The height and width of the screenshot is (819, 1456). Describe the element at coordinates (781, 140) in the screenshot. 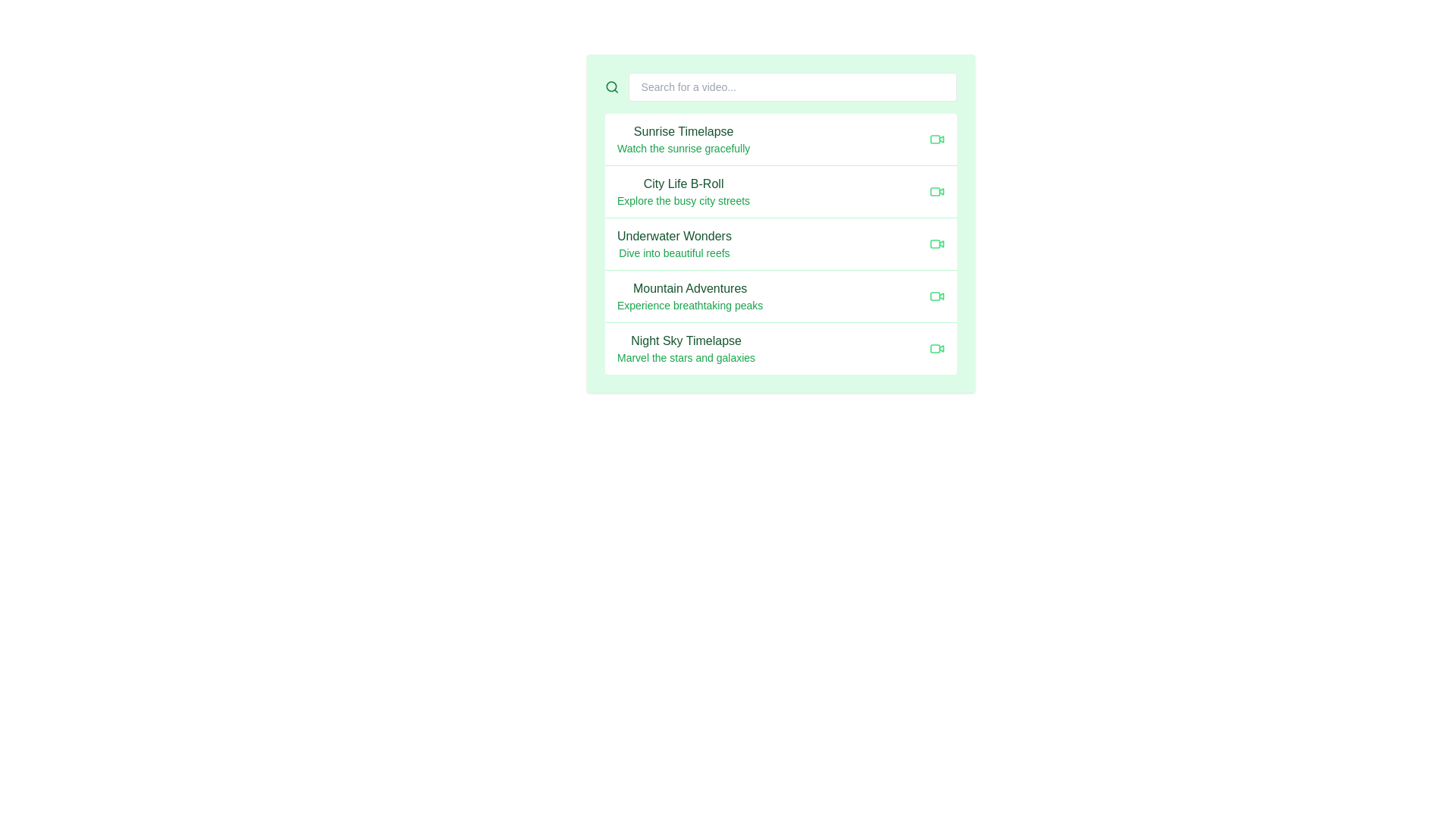

I see `on the first selectable list item at the top of the vertical list` at that location.